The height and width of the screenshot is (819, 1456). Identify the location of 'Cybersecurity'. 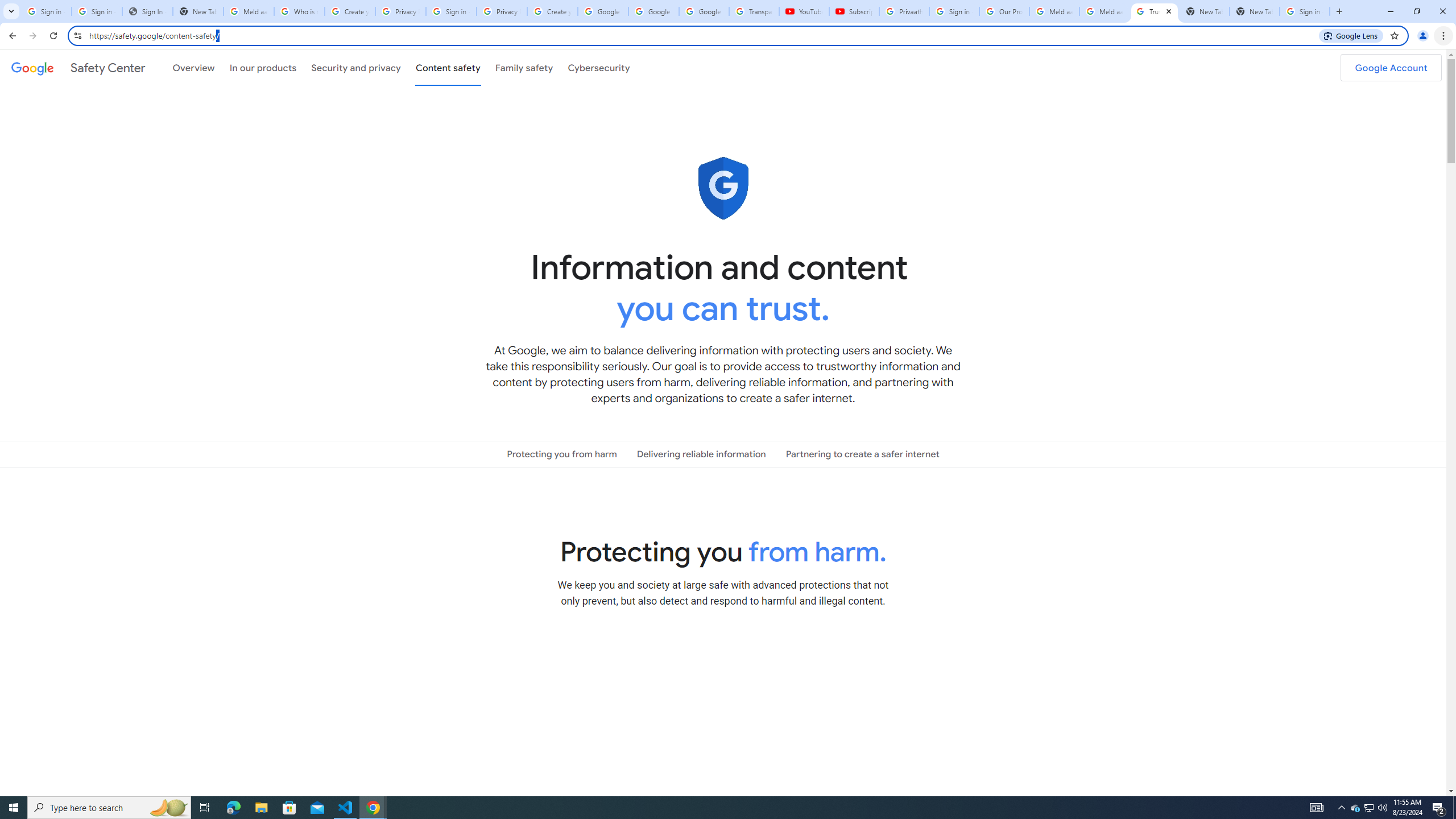
(598, 67).